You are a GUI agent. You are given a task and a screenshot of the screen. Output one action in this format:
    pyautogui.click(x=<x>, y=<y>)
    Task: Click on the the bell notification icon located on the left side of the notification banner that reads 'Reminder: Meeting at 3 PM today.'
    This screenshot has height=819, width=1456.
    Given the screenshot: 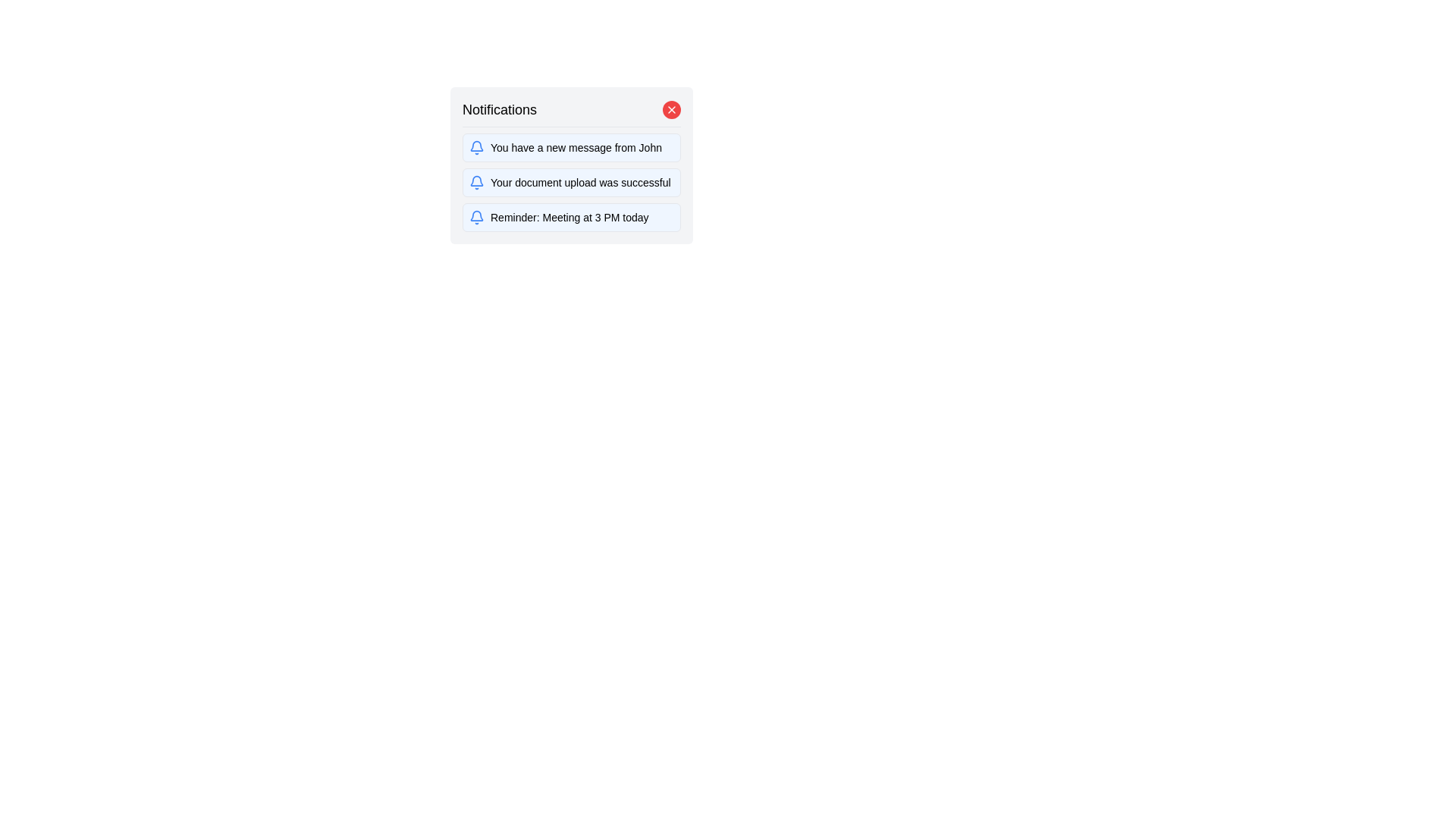 What is the action you would take?
    pyautogui.click(x=475, y=217)
    